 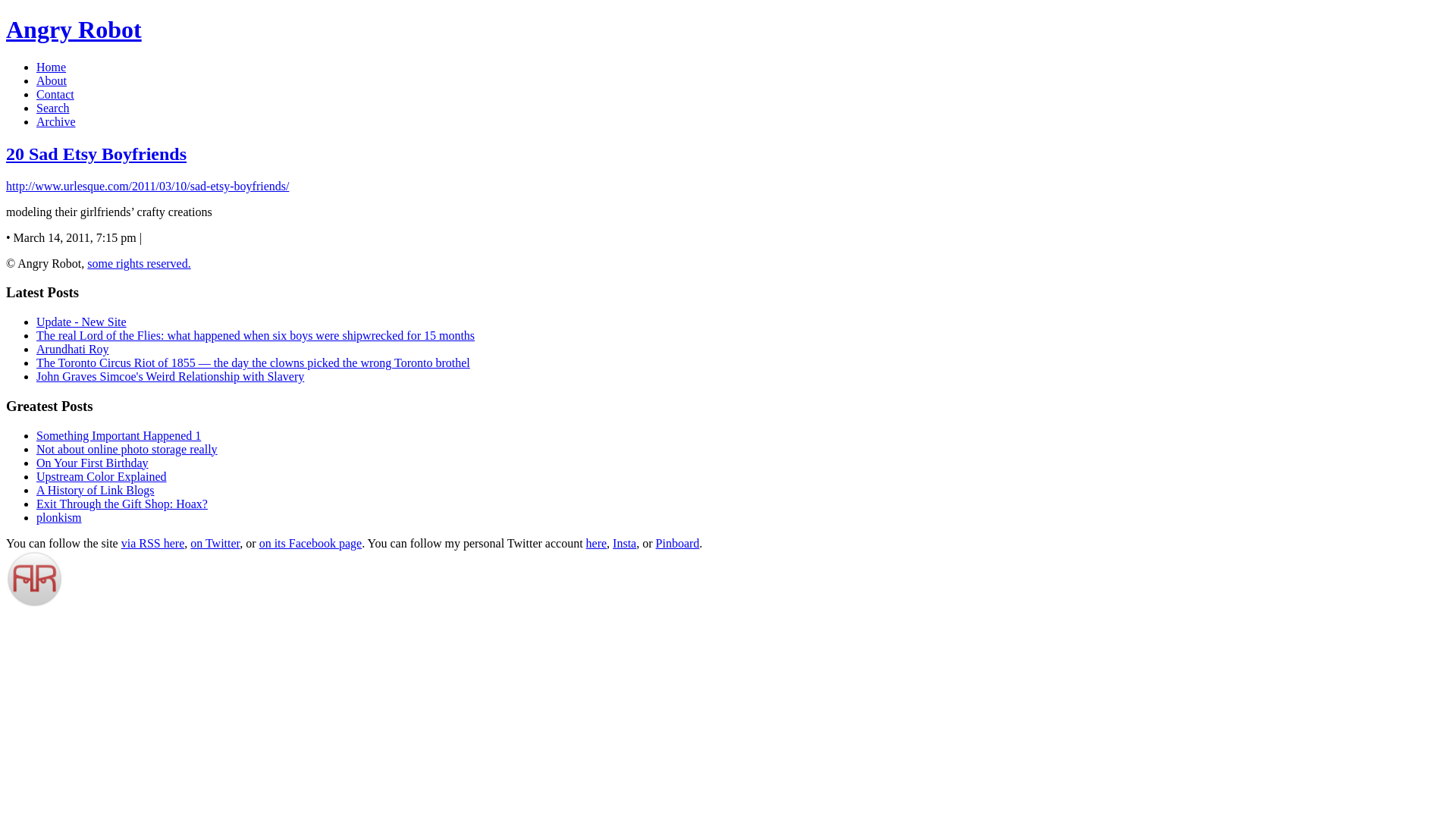 What do you see at coordinates (53, 107) in the screenshot?
I see `'Search'` at bounding box center [53, 107].